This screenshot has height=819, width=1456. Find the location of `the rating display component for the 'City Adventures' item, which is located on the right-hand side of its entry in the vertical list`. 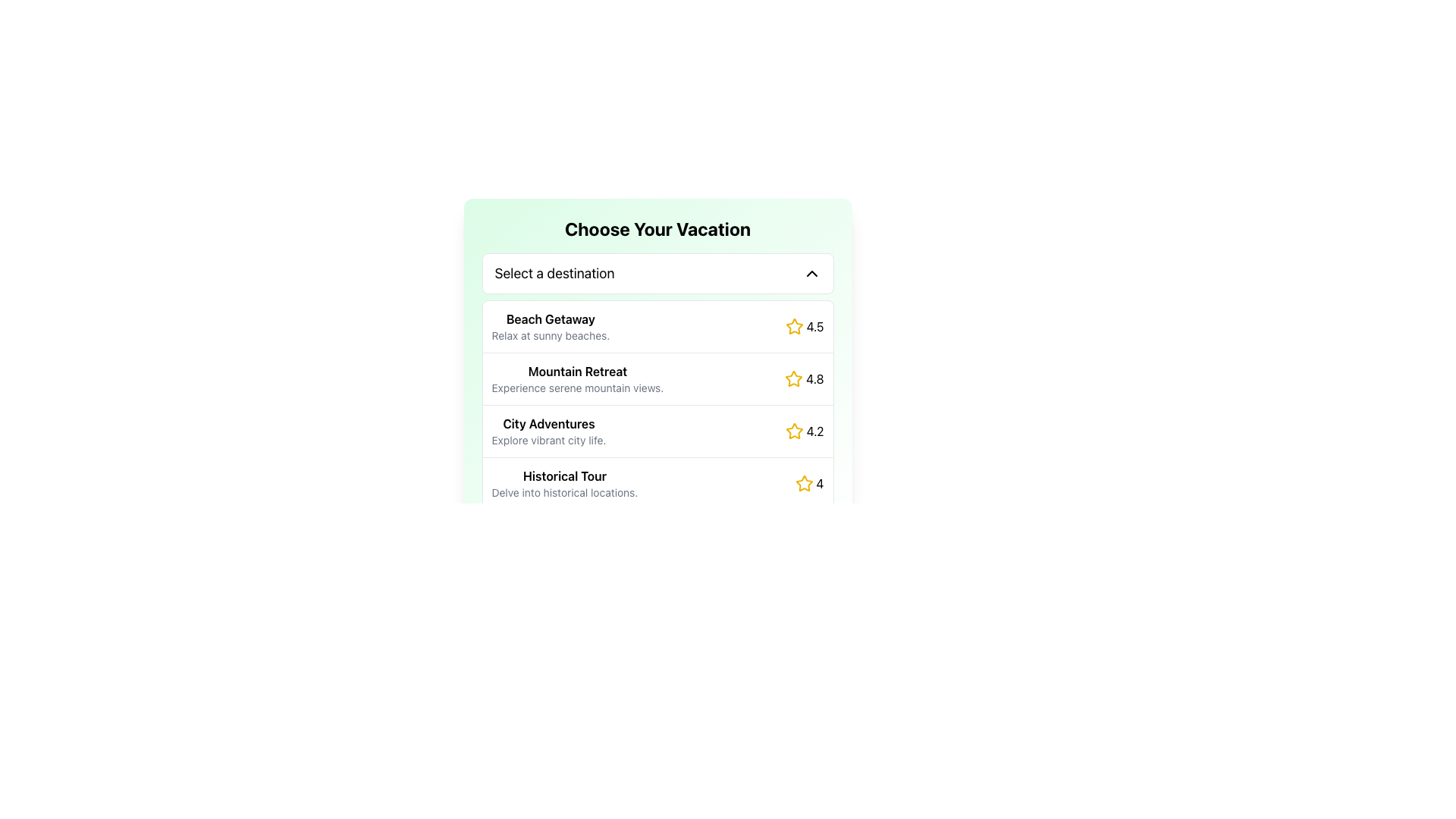

the rating display component for the 'City Adventures' item, which is located on the right-hand side of its entry in the vertical list is located at coordinates (803, 431).